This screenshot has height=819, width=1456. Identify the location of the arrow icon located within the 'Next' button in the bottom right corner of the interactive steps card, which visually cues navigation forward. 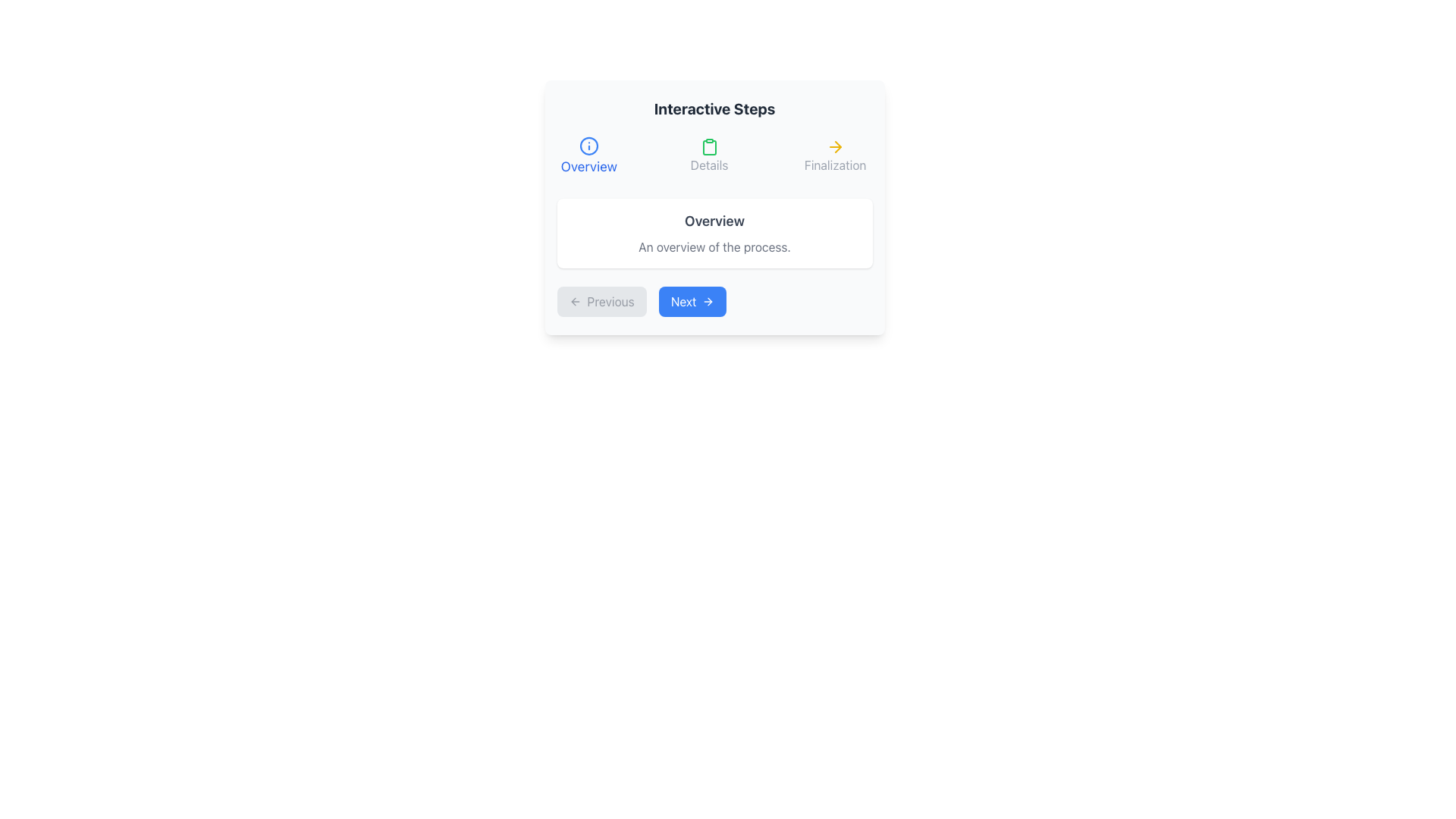
(708, 301).